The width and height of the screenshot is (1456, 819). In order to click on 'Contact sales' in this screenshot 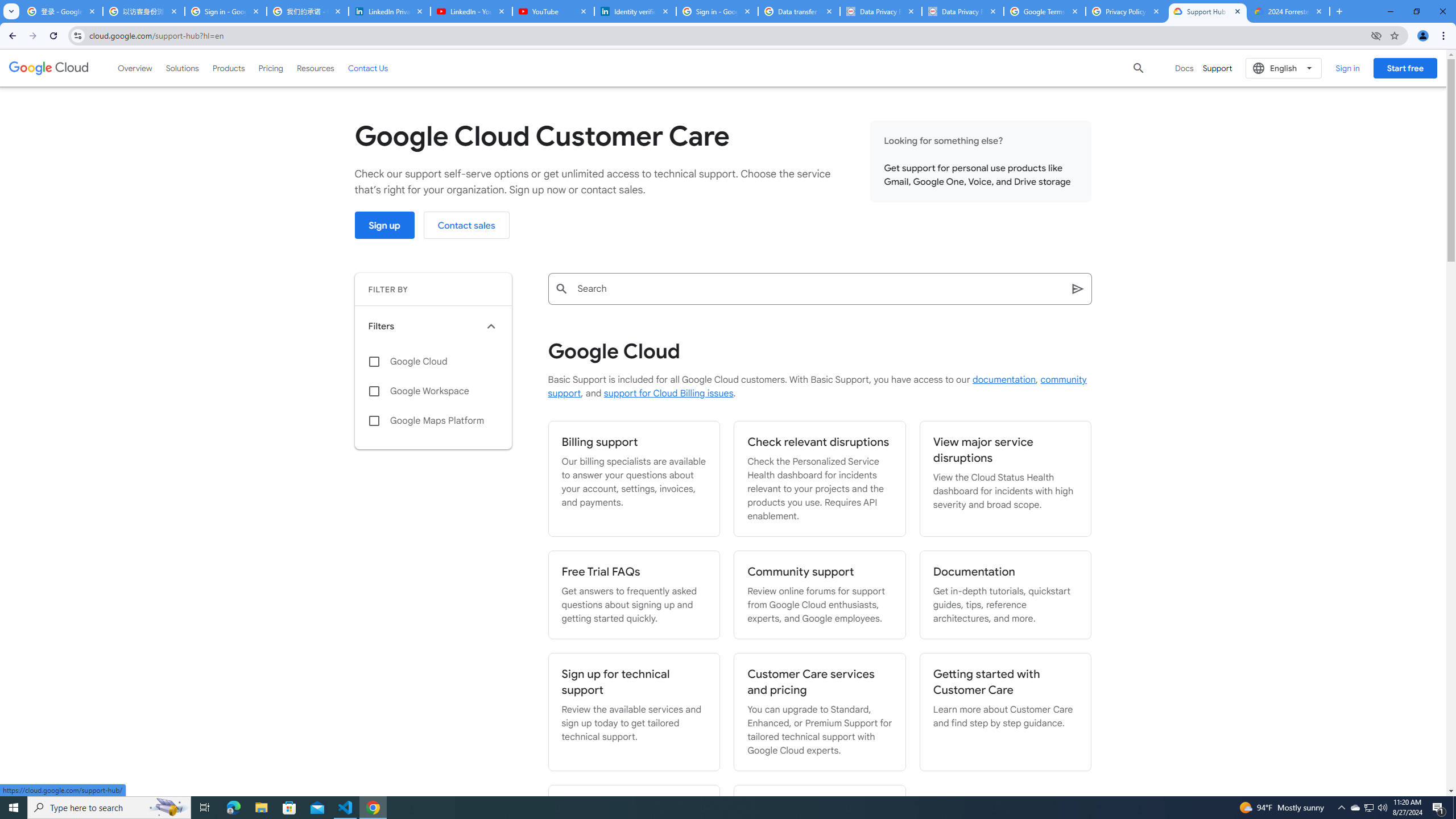, I will do `click(466, 225)`.